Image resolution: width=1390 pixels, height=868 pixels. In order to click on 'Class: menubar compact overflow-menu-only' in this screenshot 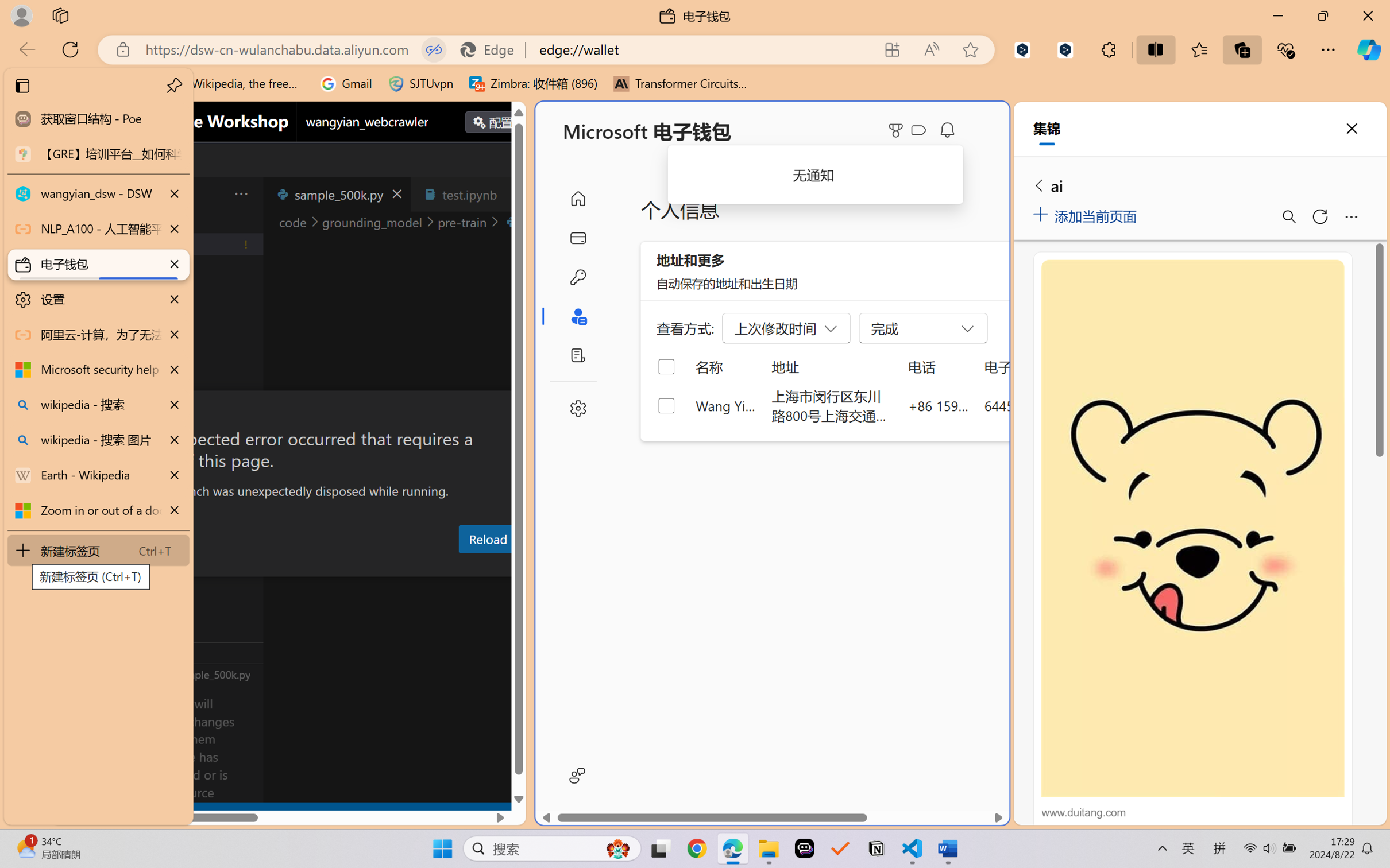, I will do `click(73, 193)`.